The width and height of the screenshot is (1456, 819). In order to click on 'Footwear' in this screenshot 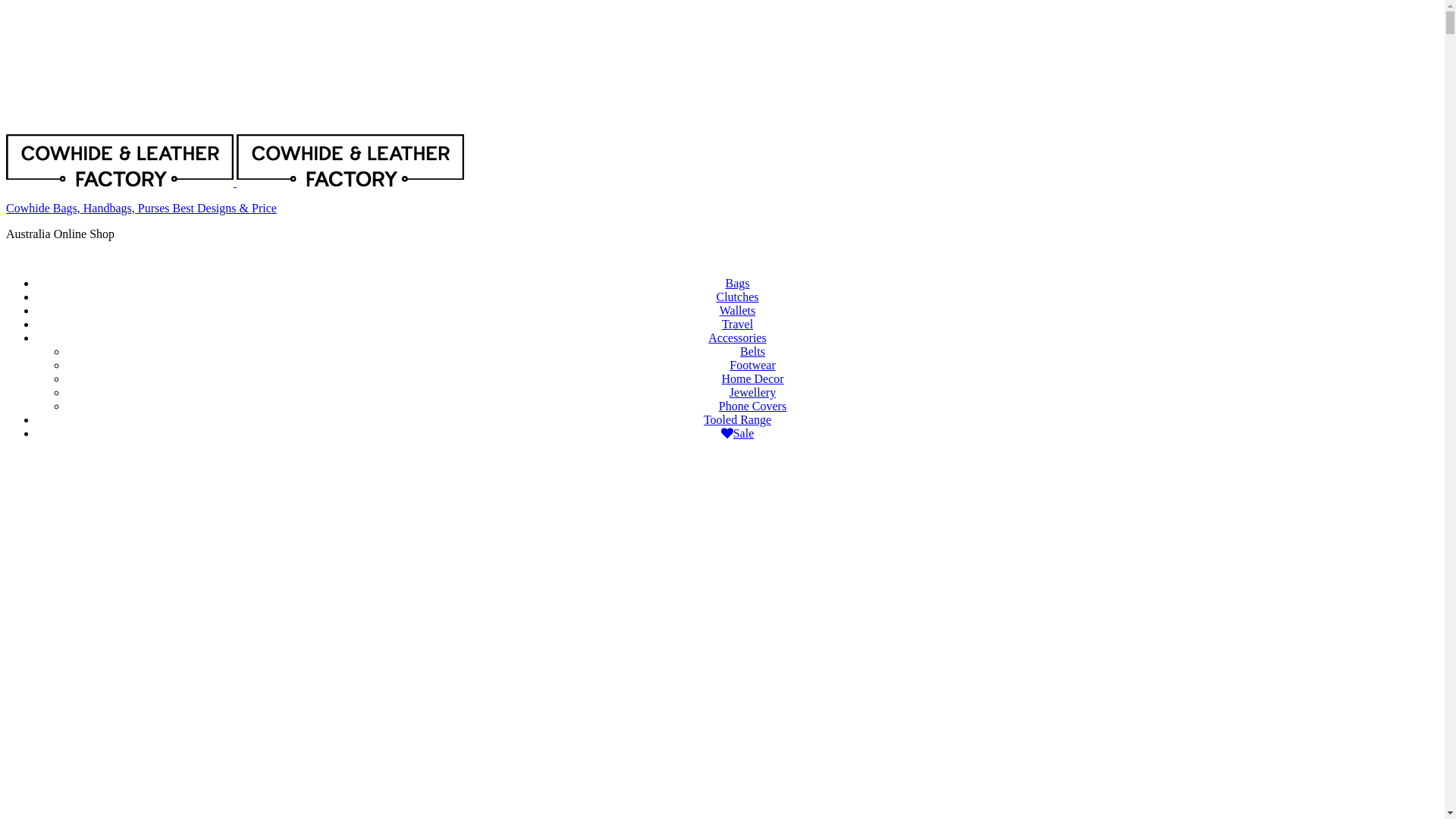, I will do `click(729, 365)`.